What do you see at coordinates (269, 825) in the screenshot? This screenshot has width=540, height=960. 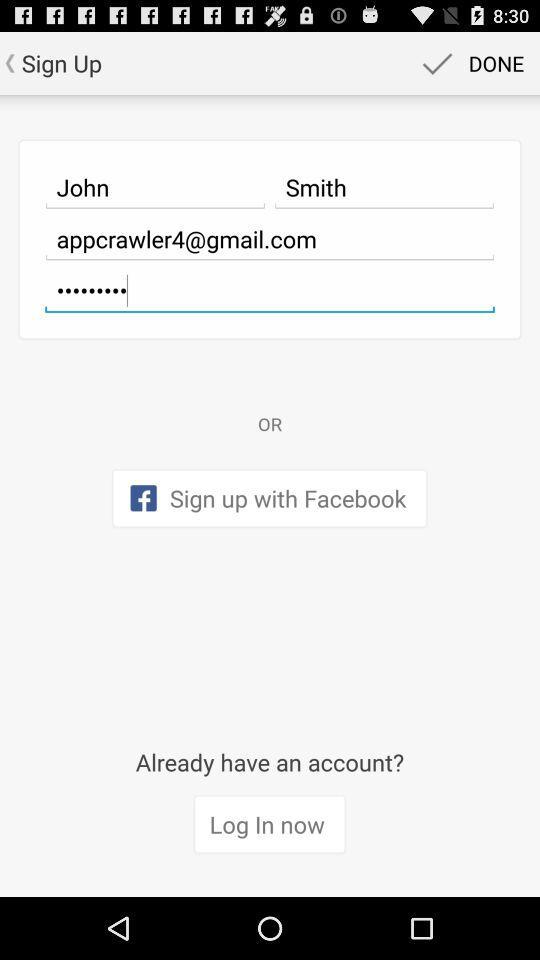 I see `the log in now icon` at bounding box center [269, 825].